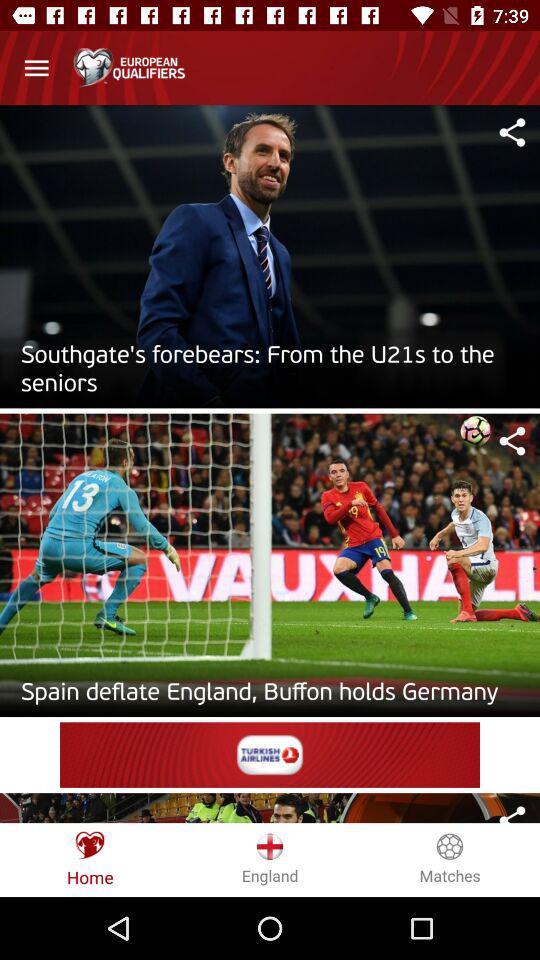 The width and height of the screenshot is (540, 960). What do you see at coordinates (512, 441) in the screenshot?
I see `the share icon of spain deflate england  buffon holds germany` at bounding box center [512, 441].